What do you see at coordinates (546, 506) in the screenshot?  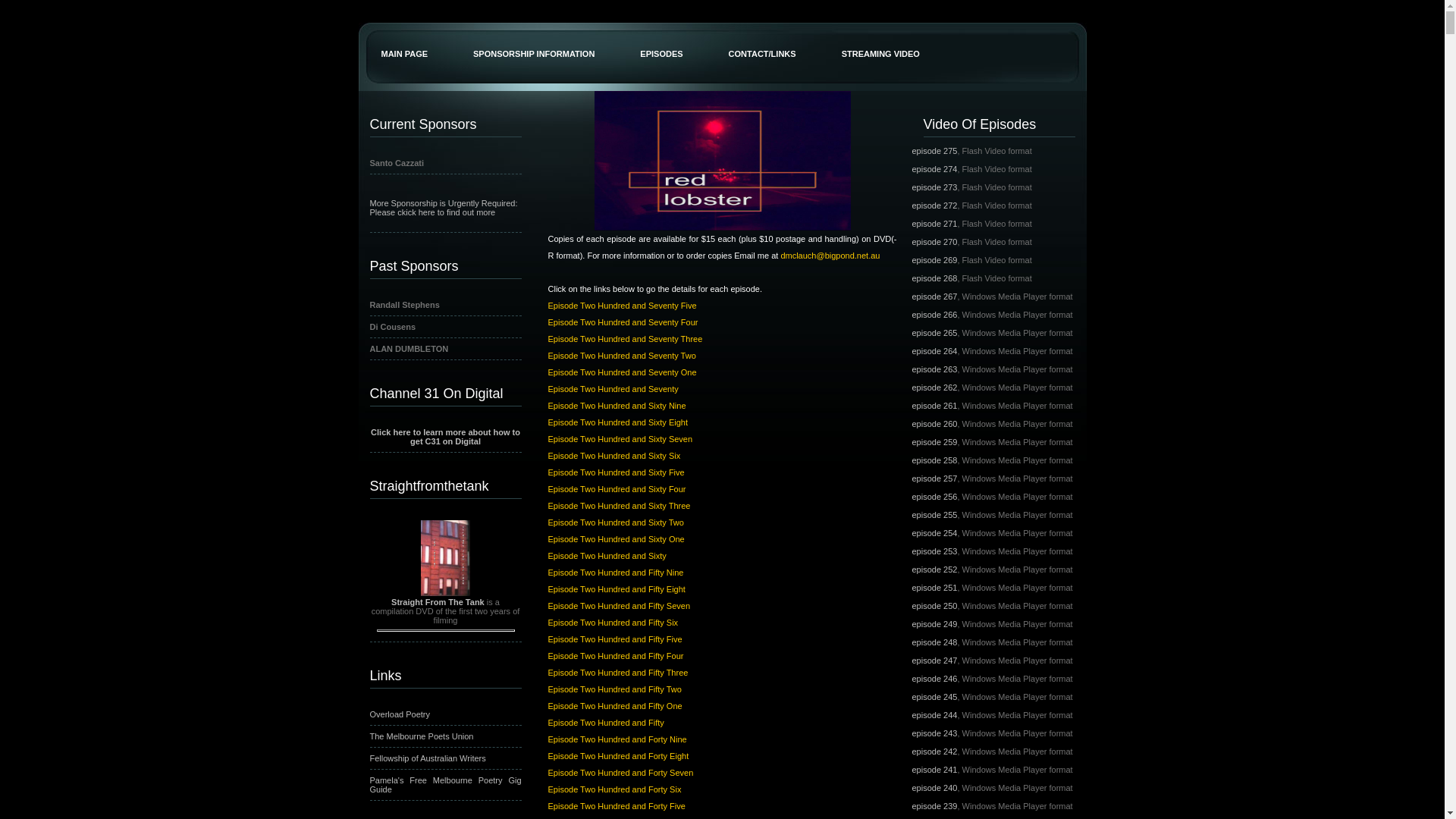 I see `'Episode Two Hundred and Sixty Three'` at bounding box center [546, 506].